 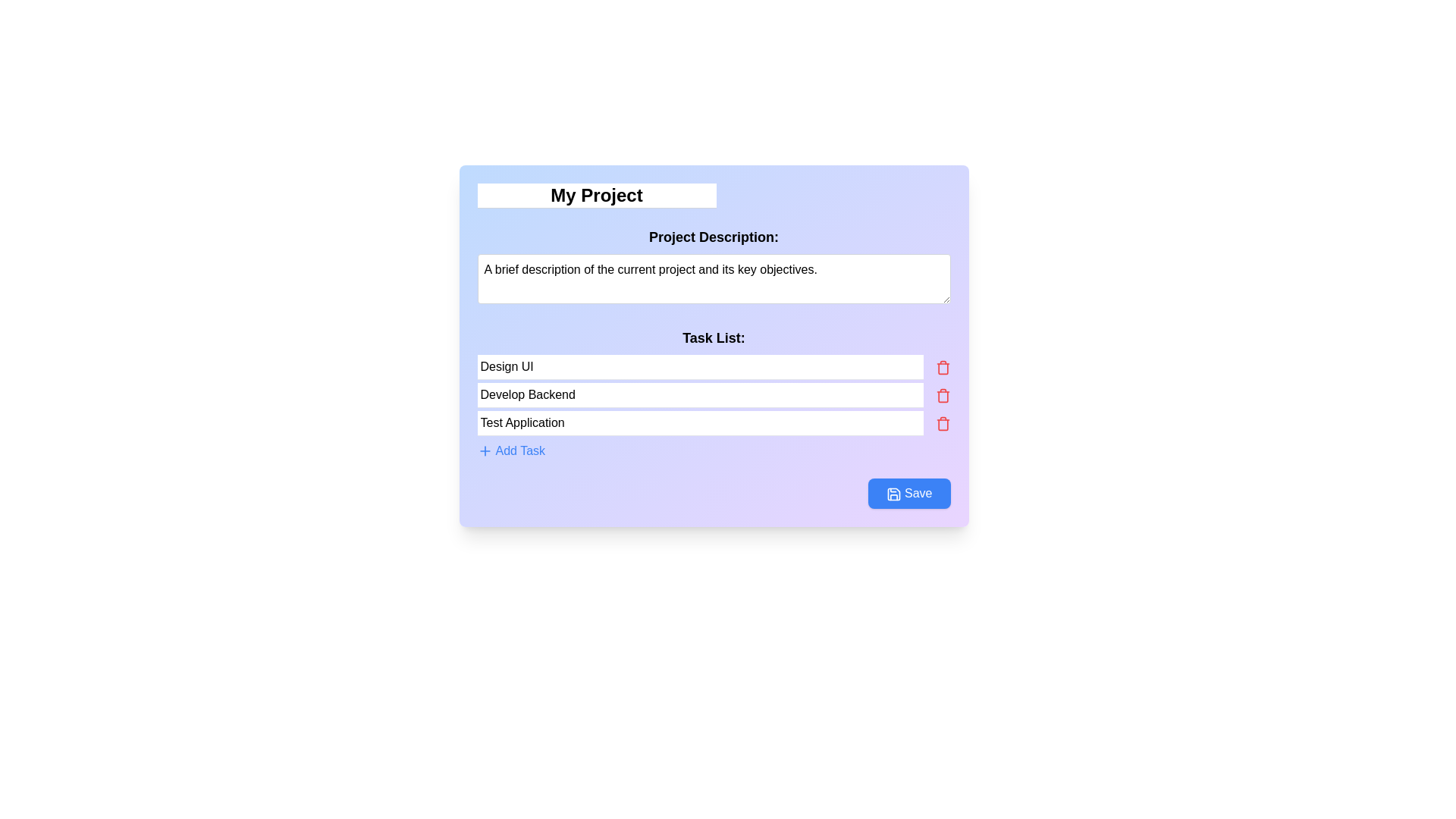 What do you see at coordinates (713, 346) in the screenshot?
I see `the heading text element that displays 'Task List:' which is styled in bold and located within a blue to purple gradient background, positioned centrally in the form layout` at bounding box center [713, 346].